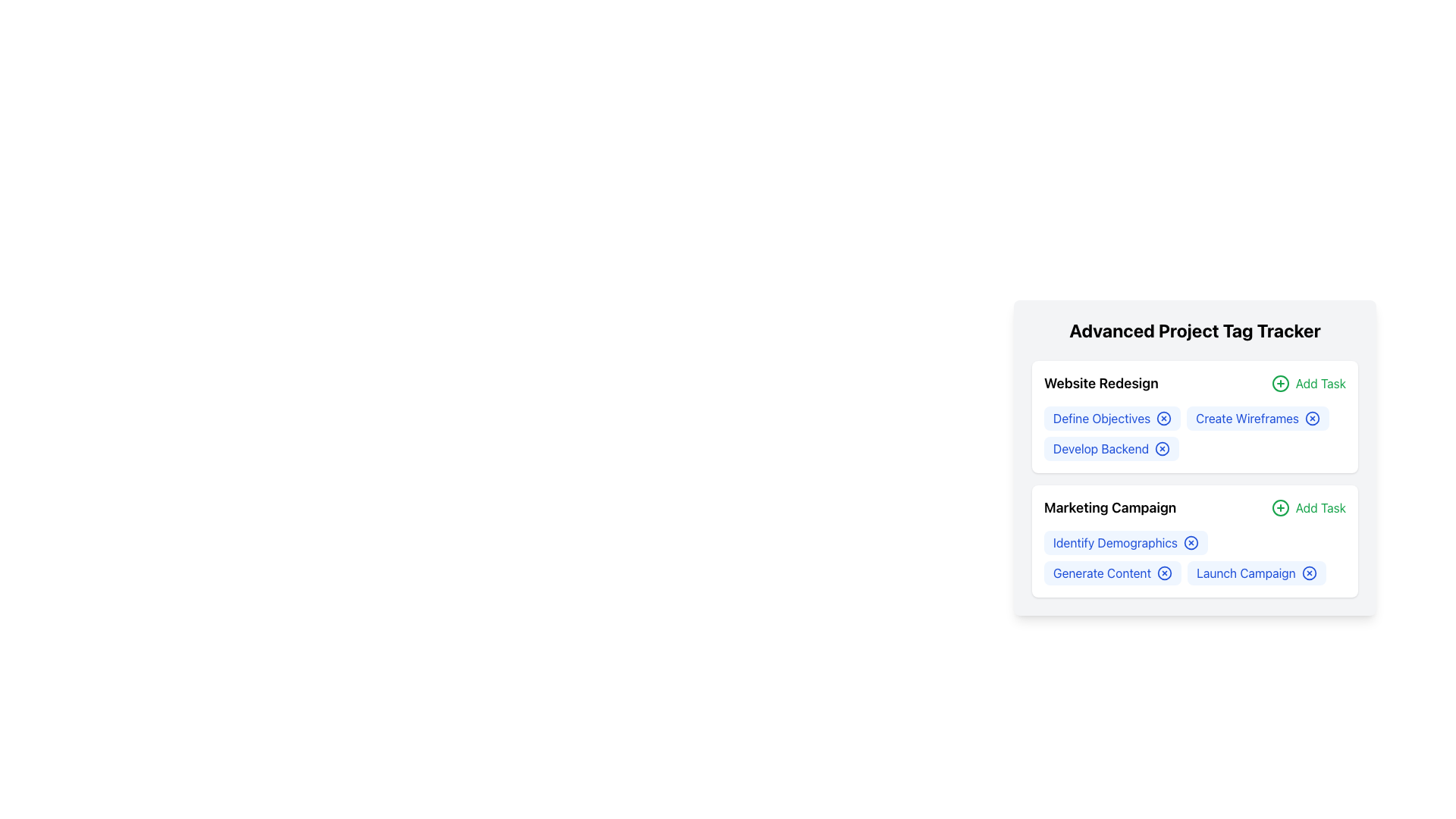 The height and width of the screenshot is (819, 1456). What do you see at coordinates (1312, 418) in the screenshot?
I see `the icon button shaped like an outlined circle with a cross, located to the right of the 'Create Wireframes' text` at bounding box center [1312, 418].